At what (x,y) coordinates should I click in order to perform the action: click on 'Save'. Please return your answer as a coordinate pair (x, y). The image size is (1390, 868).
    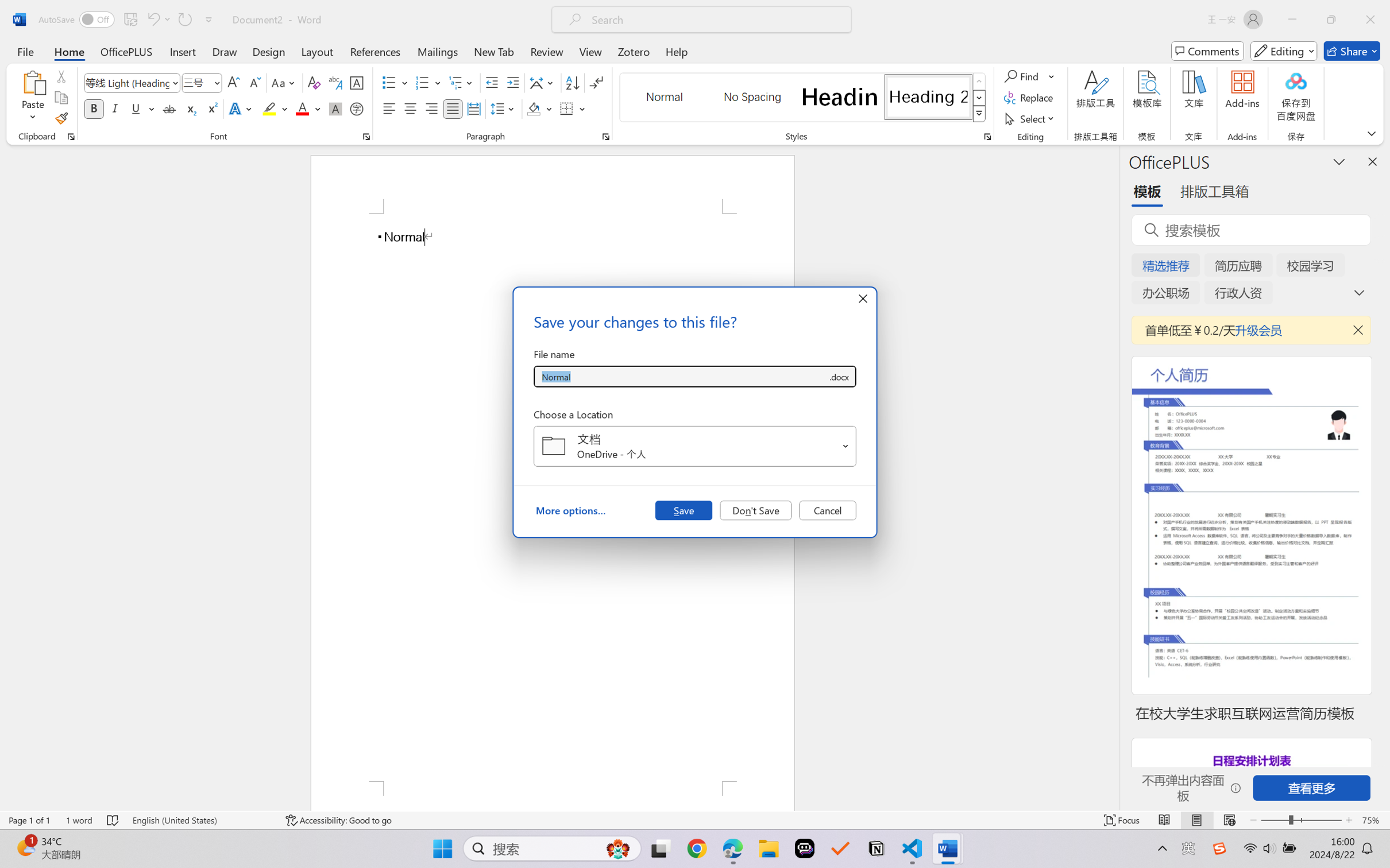
    Looking at the image, I should click on (682, 509).